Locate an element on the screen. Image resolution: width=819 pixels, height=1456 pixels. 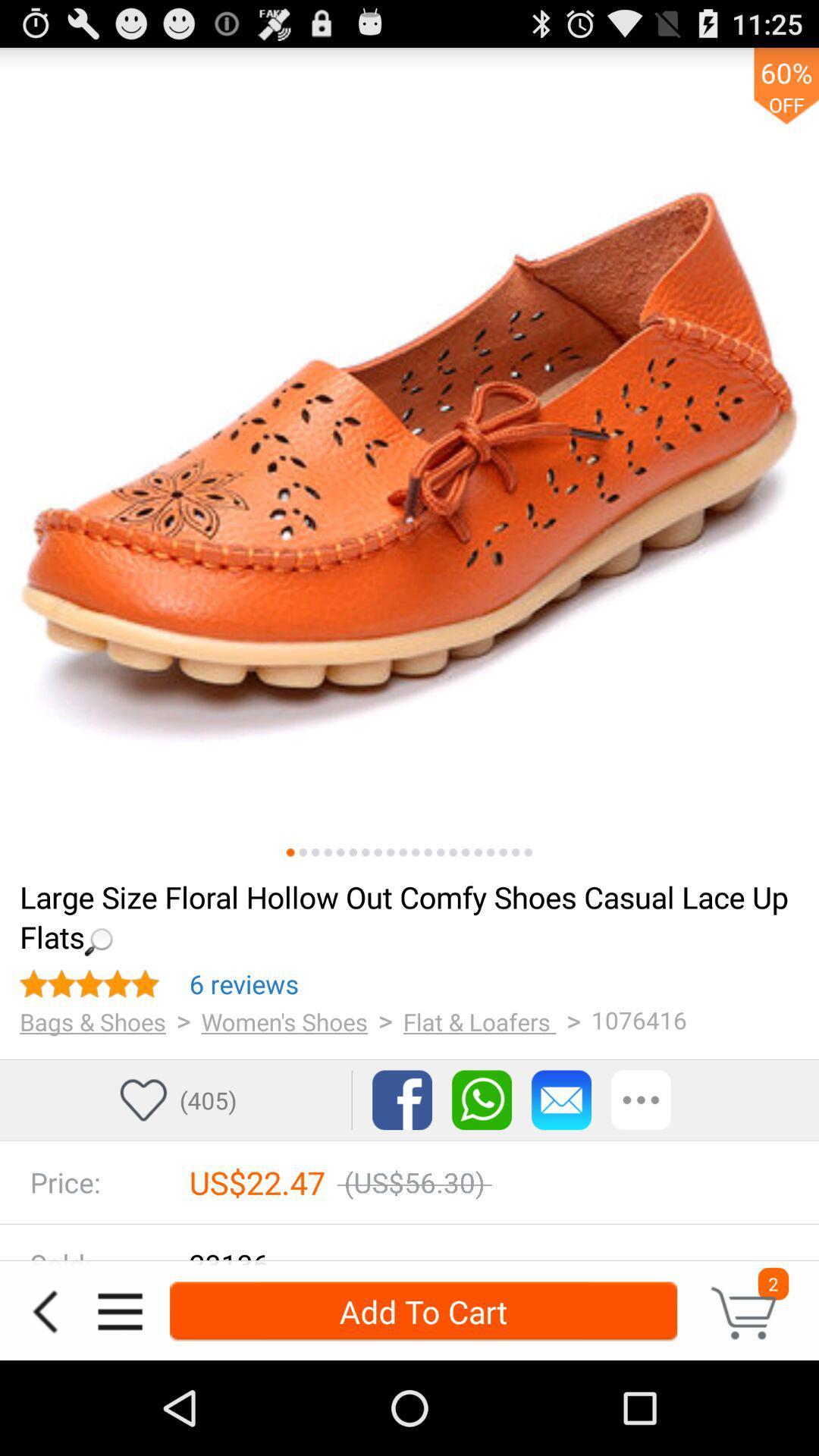
larger image is located at coordinates (409, 457).